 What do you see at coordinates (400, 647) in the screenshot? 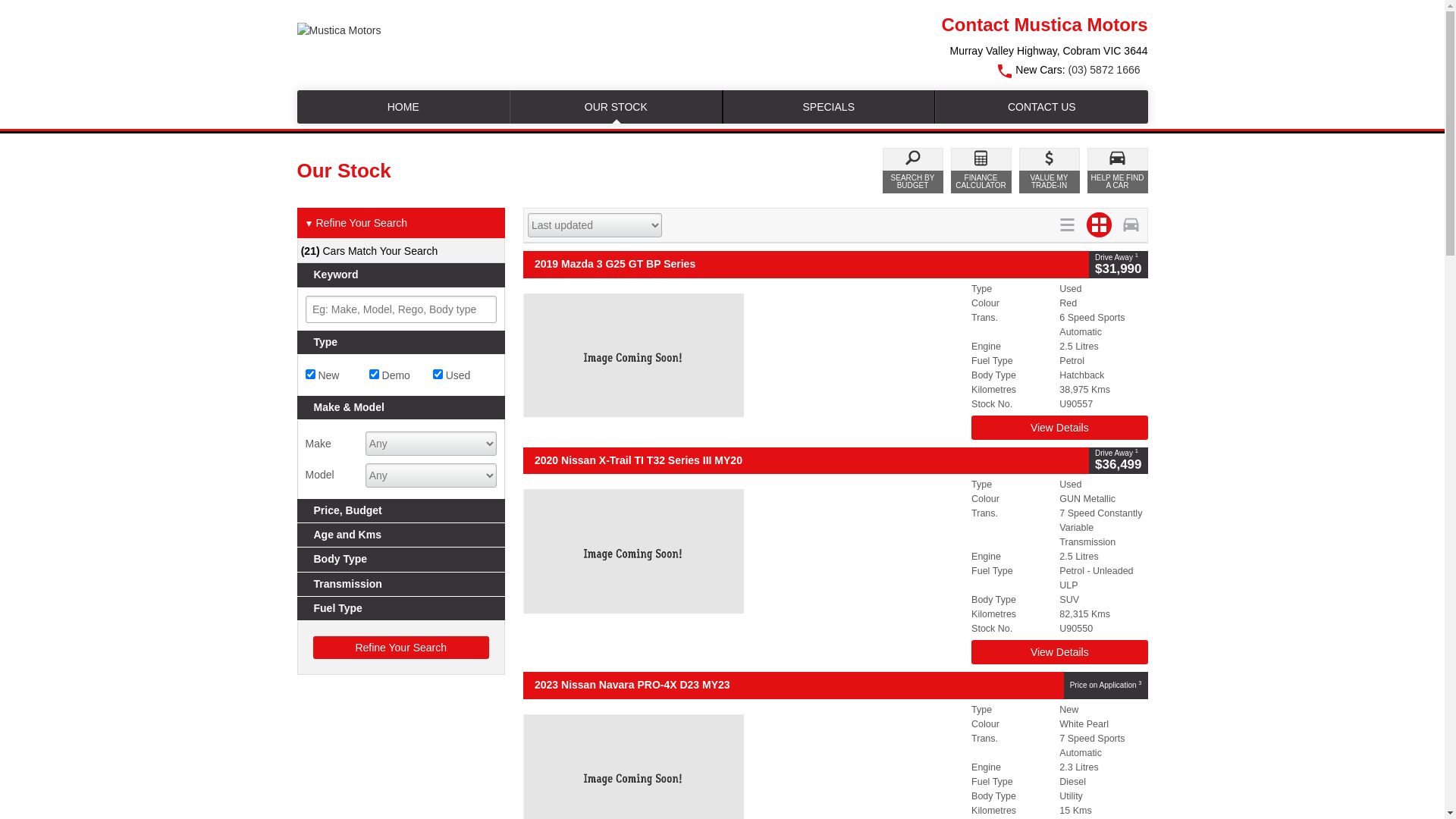
I see `'Refine Your Search'` at bounding box center [400, 647].